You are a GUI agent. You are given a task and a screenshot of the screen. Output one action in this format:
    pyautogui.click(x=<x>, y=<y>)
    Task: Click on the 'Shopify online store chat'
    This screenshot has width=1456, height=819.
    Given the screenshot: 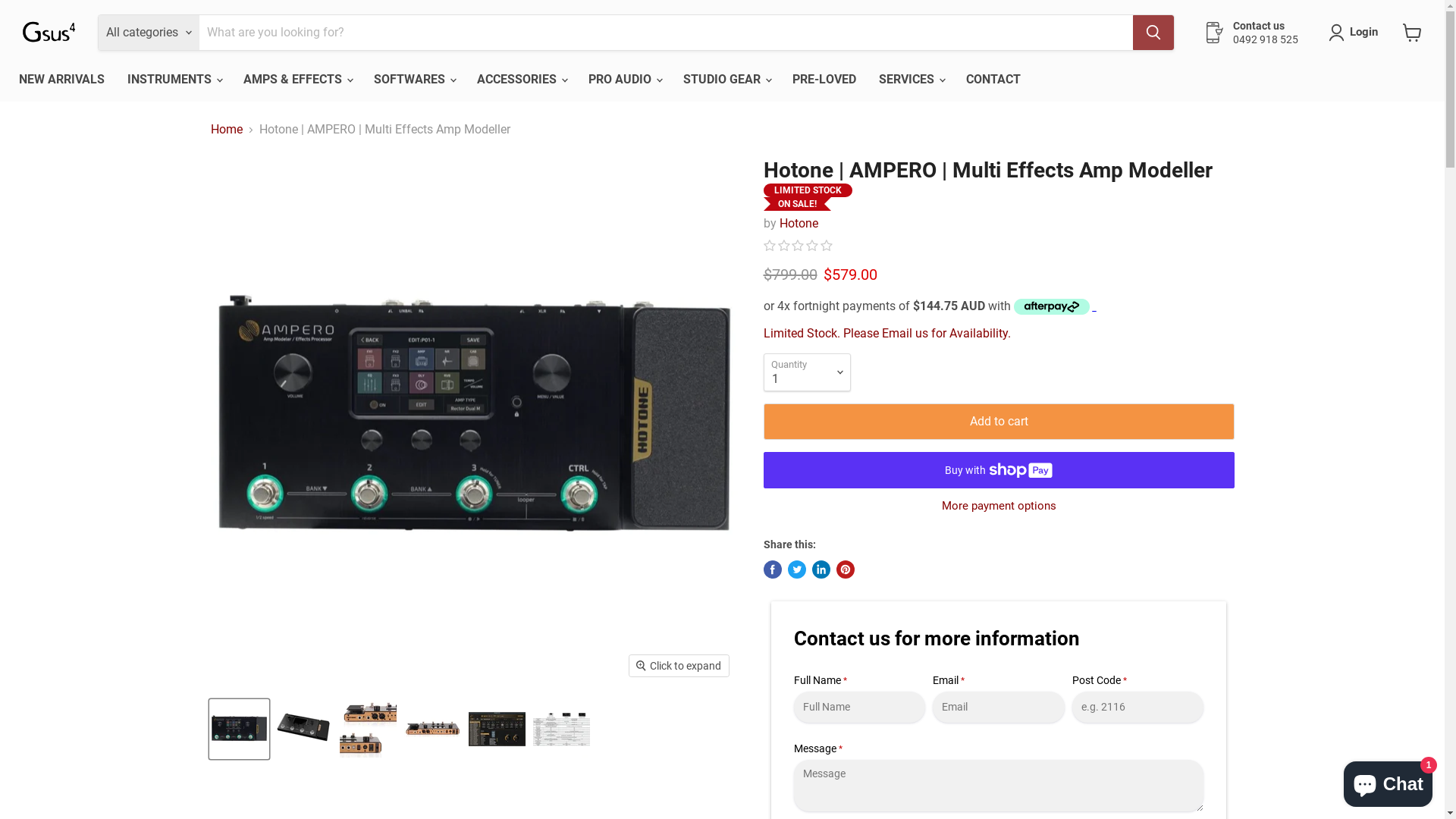 What is the action you would take?
    pyautogui.click(x=1388, y=780)
    